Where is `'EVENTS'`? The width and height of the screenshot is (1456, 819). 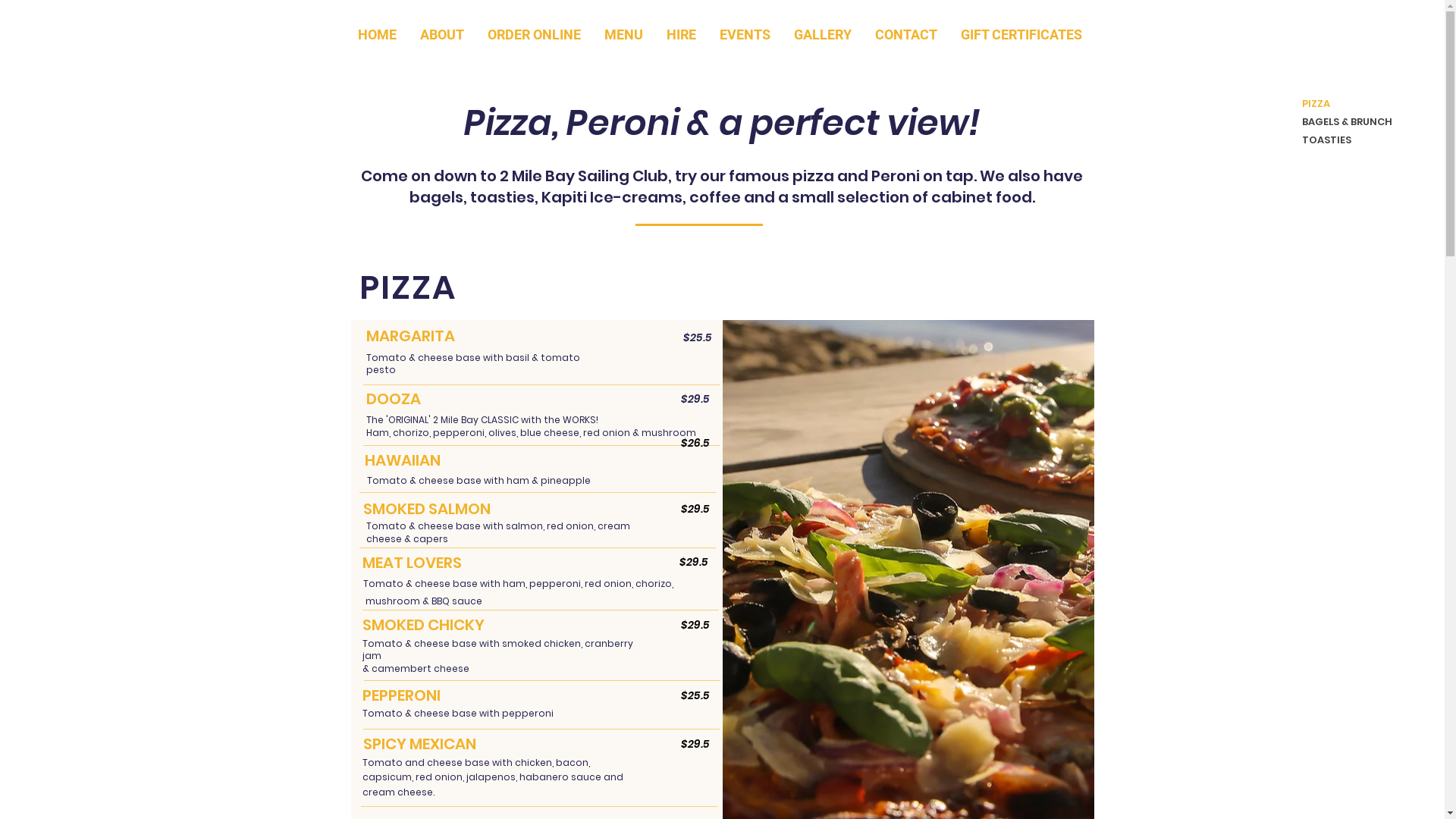
'EVENTS' is located at coordinates (745, 34).